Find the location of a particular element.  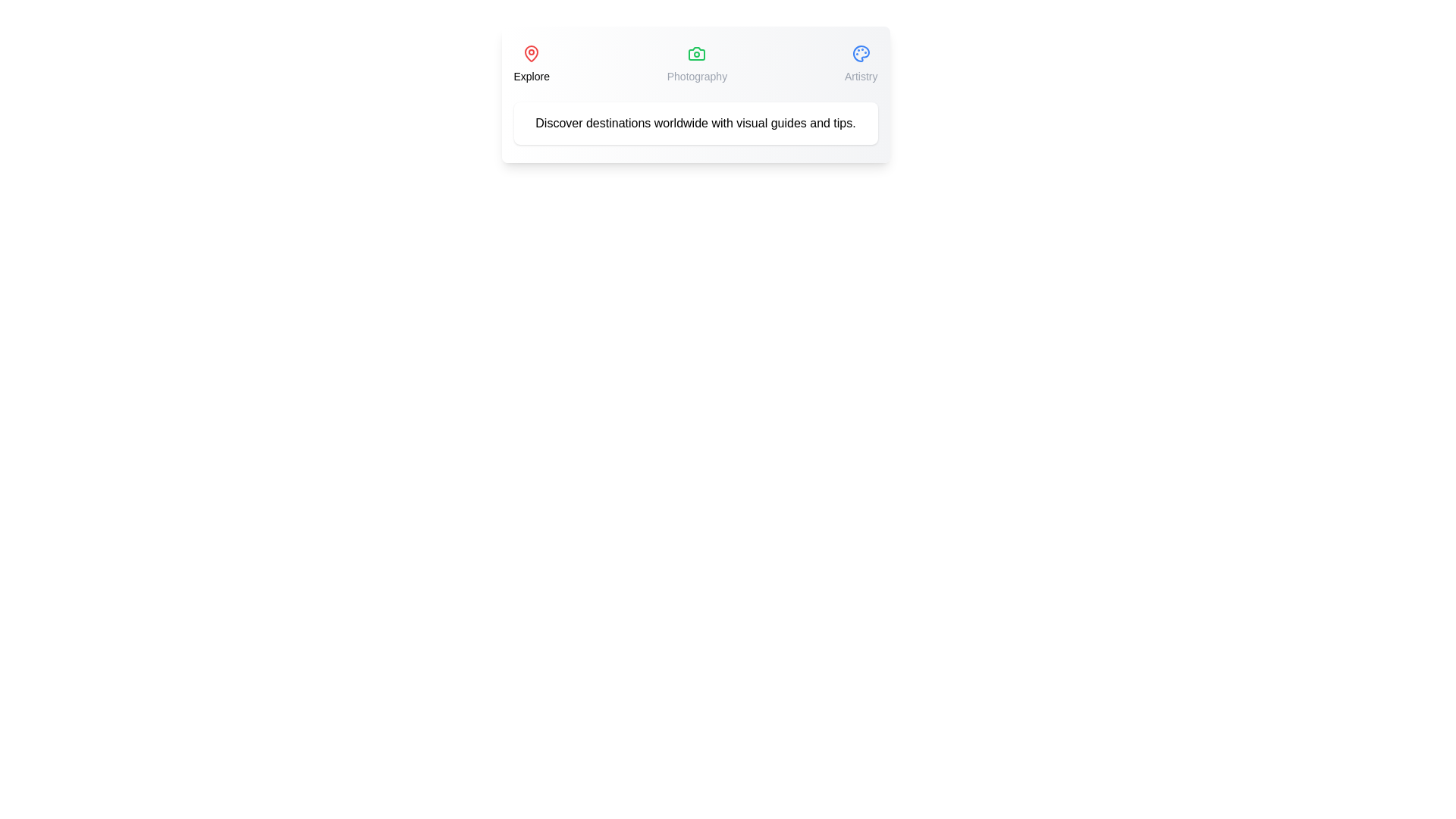

the tab labeled Explore to trigger its hover interaction is located at coordinates (532, 63).